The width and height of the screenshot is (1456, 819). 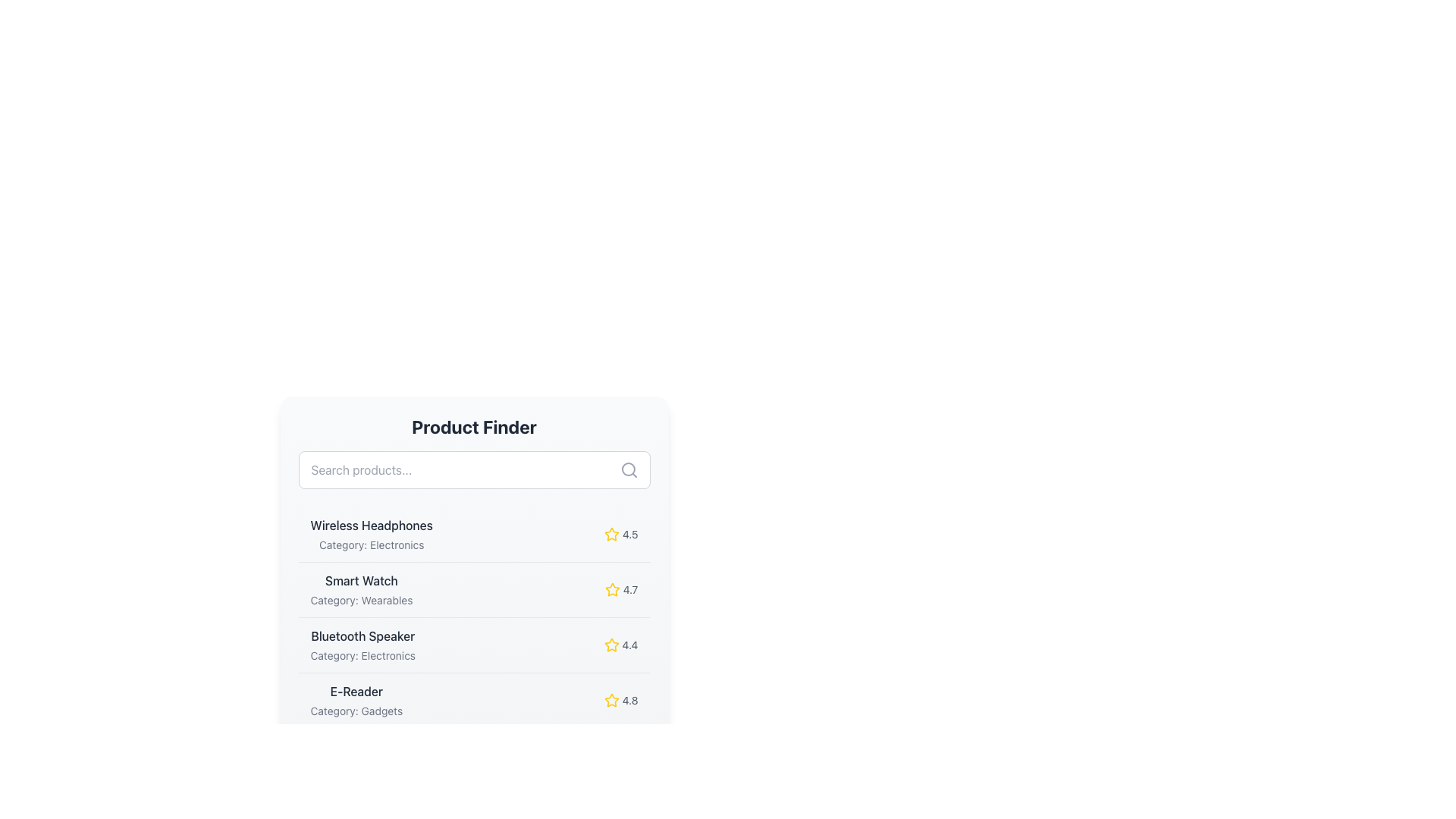 What do you see at coordinates (362, 645) in the screenshot?
I see `the textual display component that shows the product name 'Bluetooth Speaker' and category 'Electronics', positioned in the 'Product Finder' panel` at bounding box center [362, 645].